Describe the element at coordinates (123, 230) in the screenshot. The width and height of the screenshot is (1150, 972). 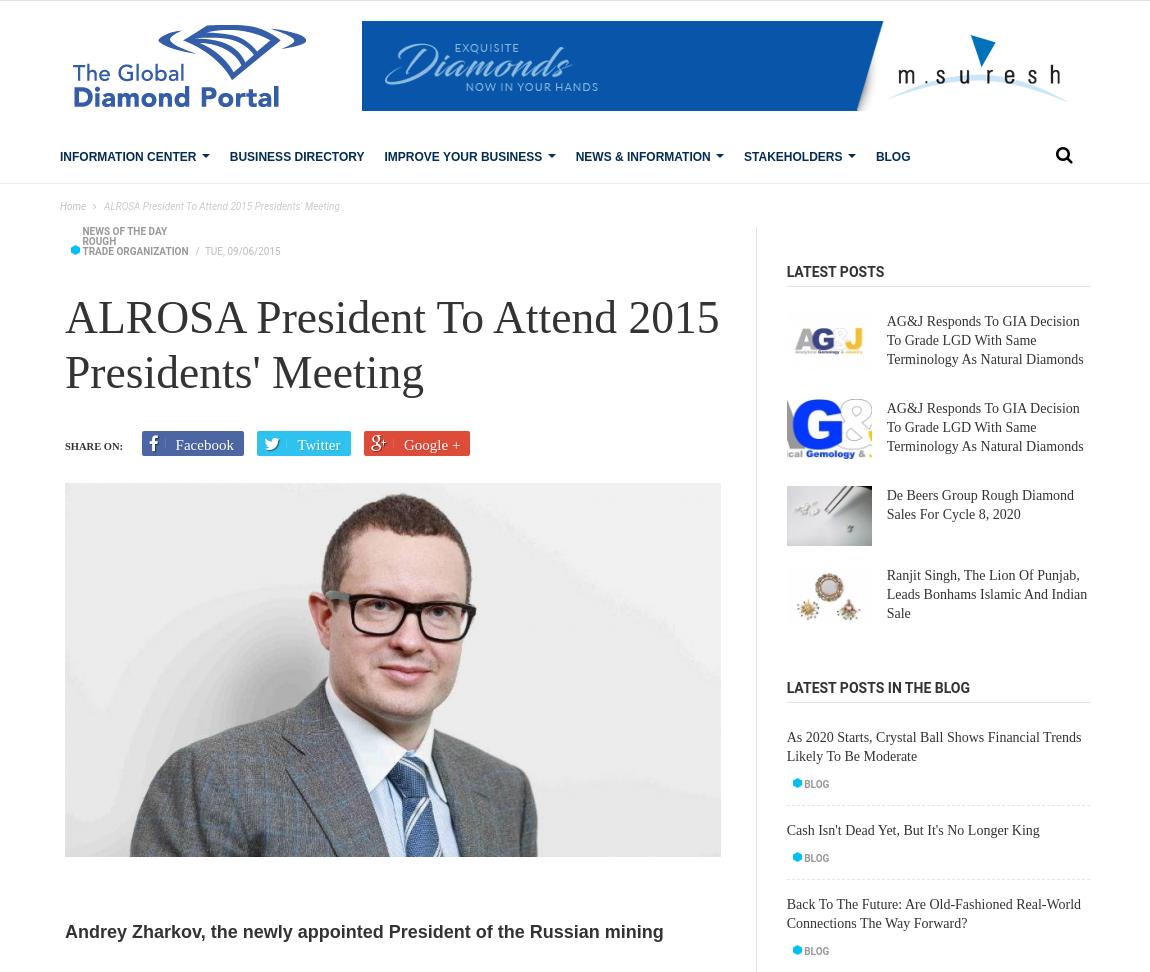
I see `'News of the day'` at that location.